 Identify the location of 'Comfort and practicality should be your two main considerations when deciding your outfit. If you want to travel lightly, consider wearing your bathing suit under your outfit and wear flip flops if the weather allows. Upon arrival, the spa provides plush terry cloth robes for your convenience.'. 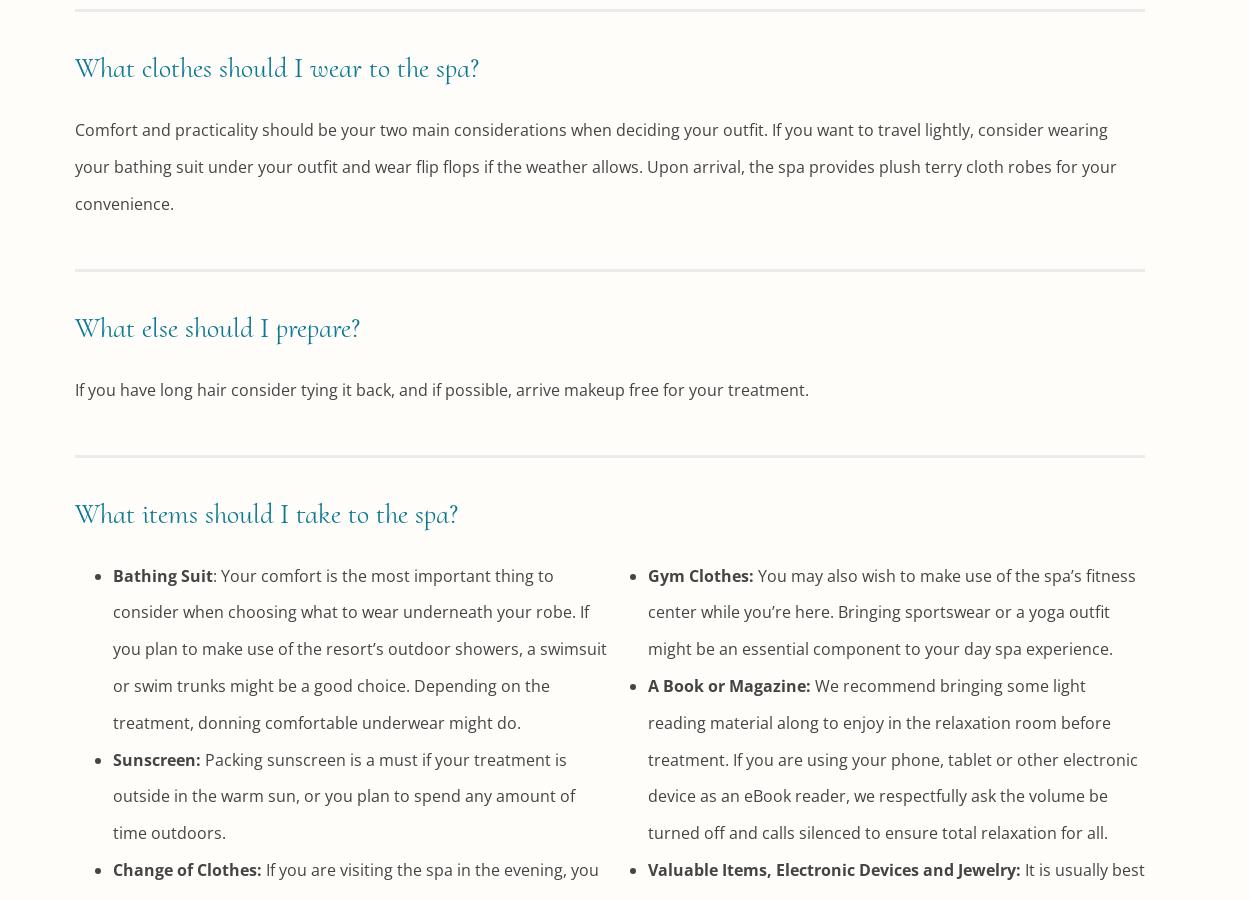
(74, 166).